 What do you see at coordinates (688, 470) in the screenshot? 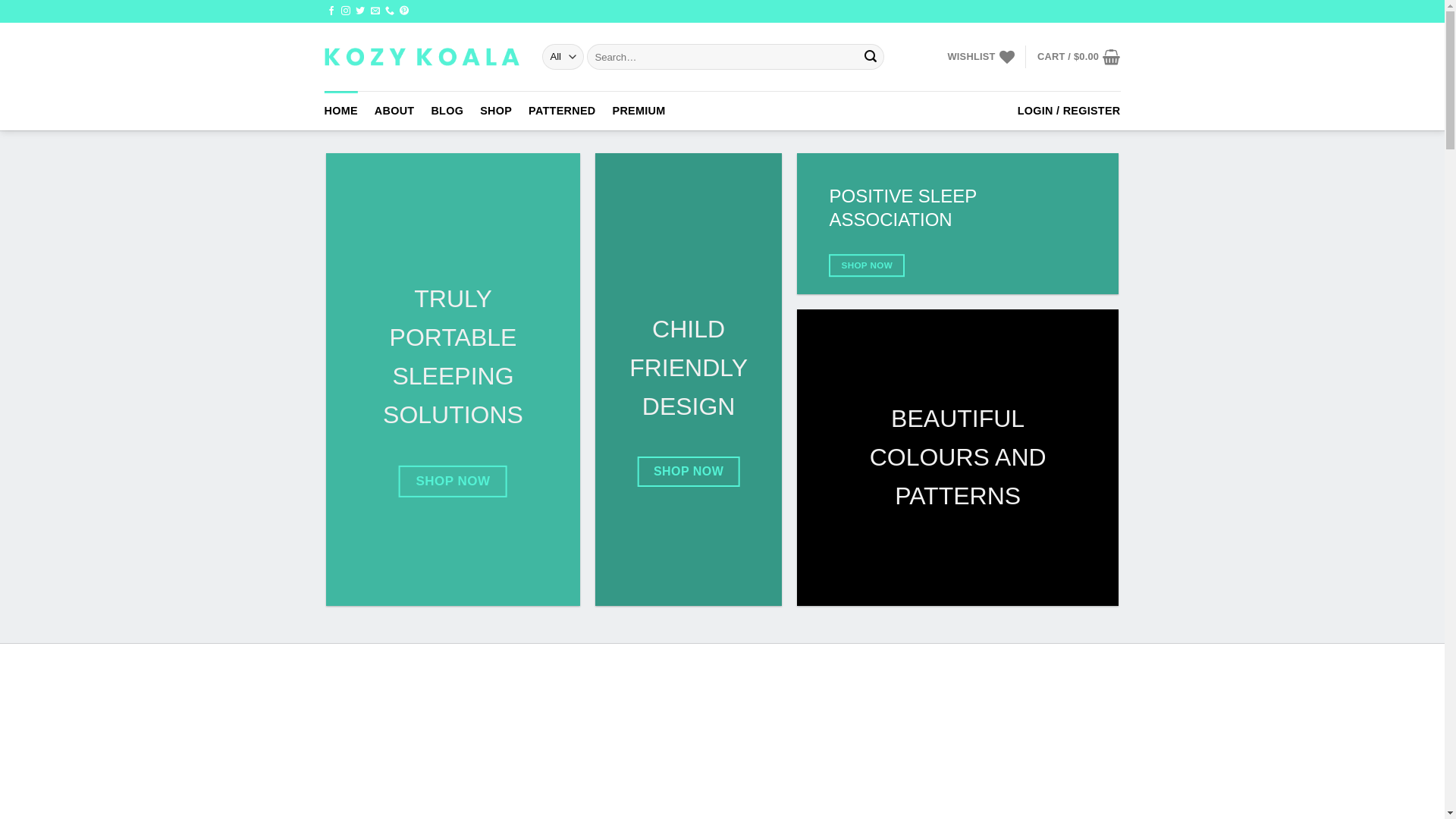
I see `'SHOP NOW'` at bounding box center [688, 470].